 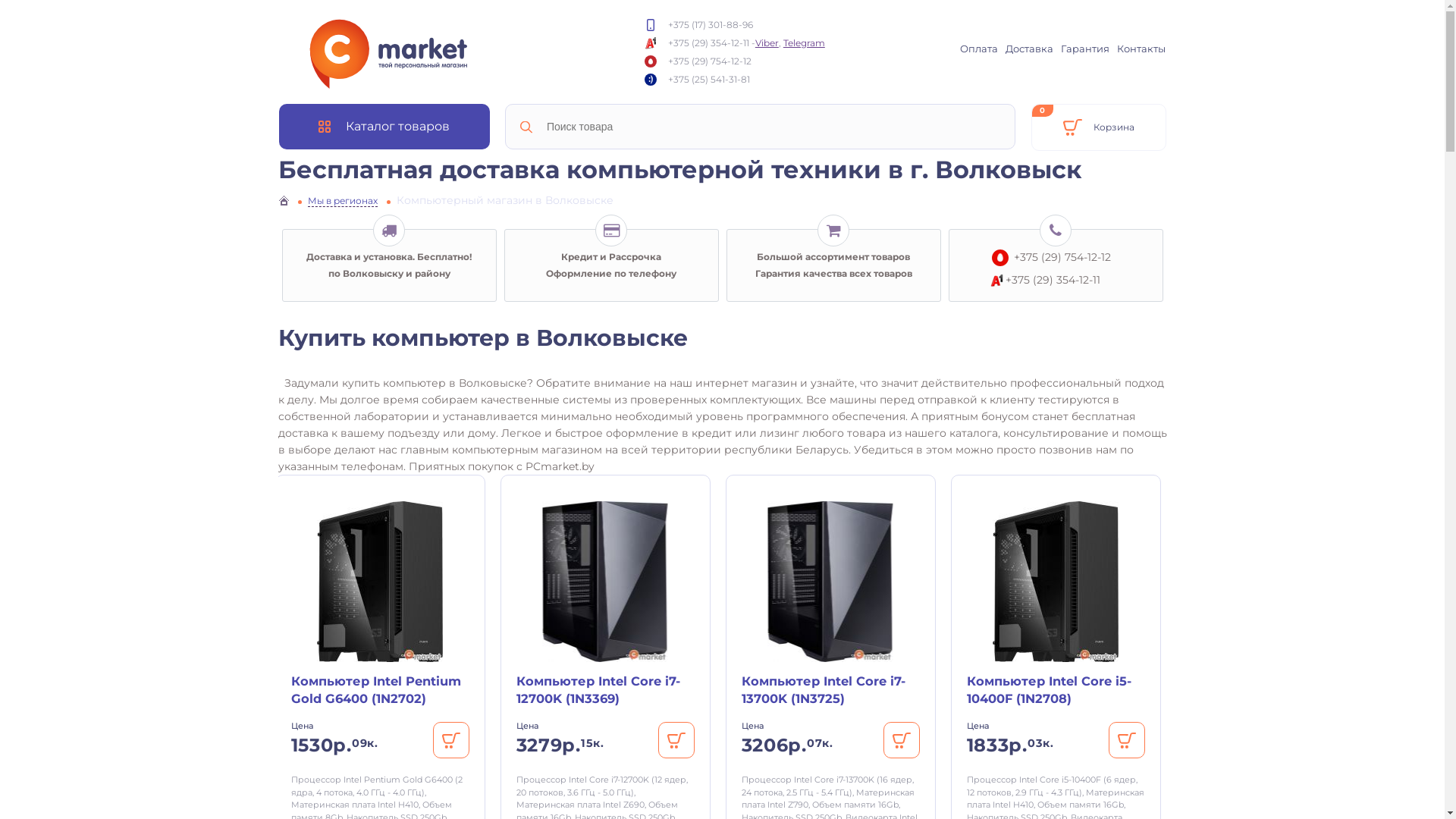 I want to click on 'Telegram', so click(x=803, y=41).